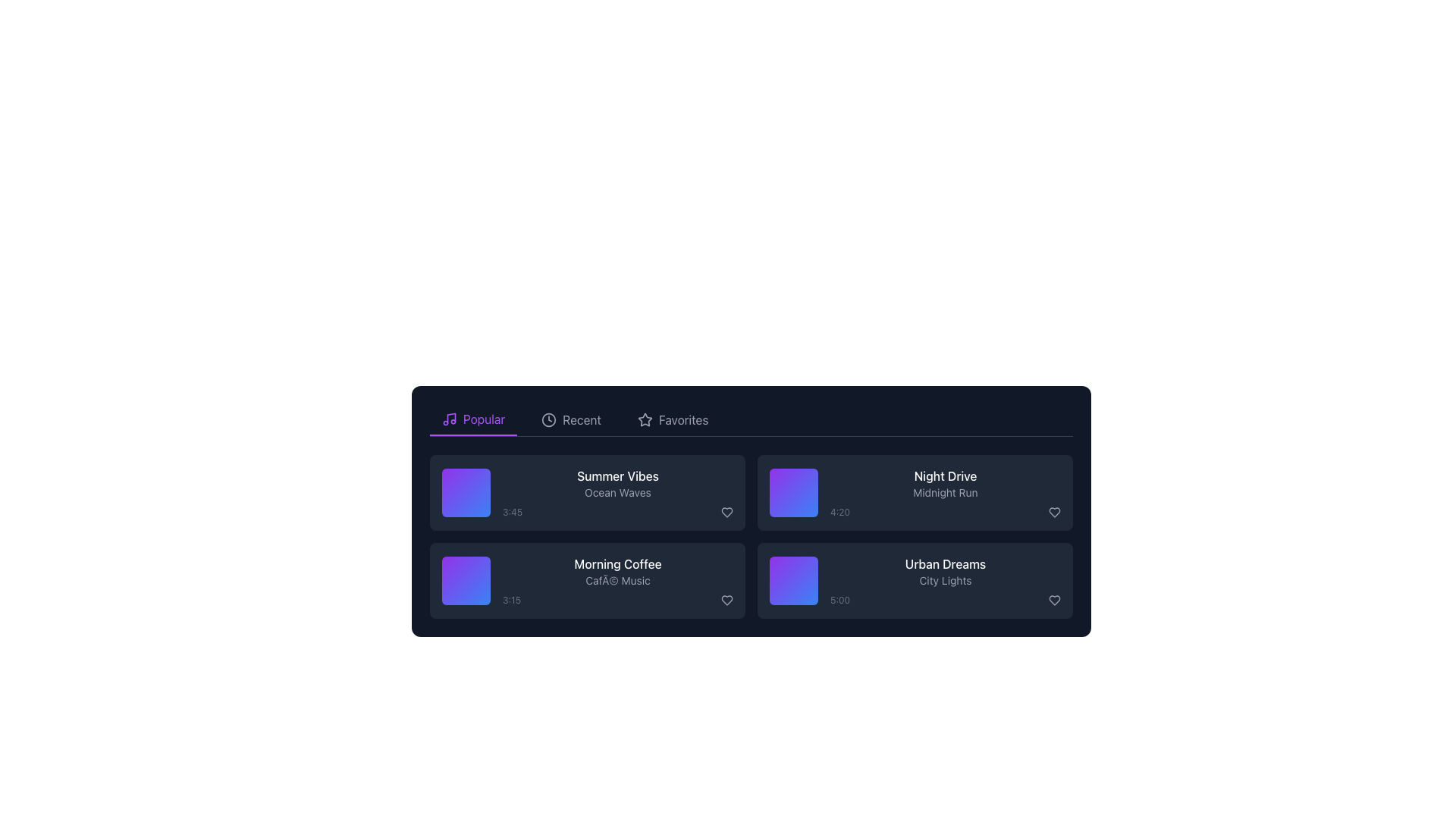 The height and width of the screenshot is (819, 1456). What do you see at coordinates (945, 580) in the screenshot?
I see `the Display card that shows details about the music track, located in the bottom row of the right column in a two-element grid` at bounding box center [945, 580].